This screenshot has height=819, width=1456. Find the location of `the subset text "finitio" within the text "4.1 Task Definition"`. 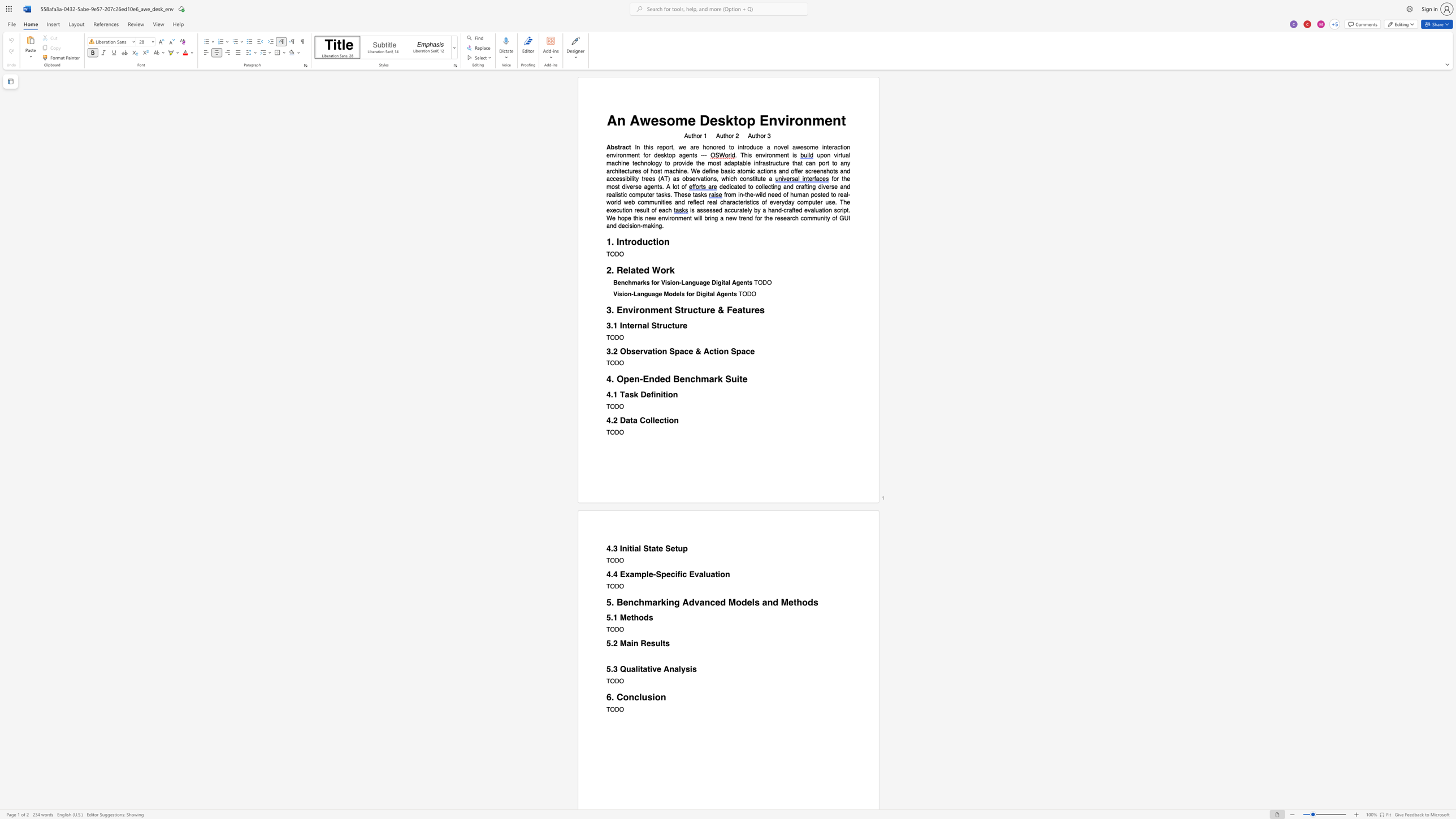

the subset text "finitio" within the text "4.1 Task Definition" is located at coordinates (650, 394).